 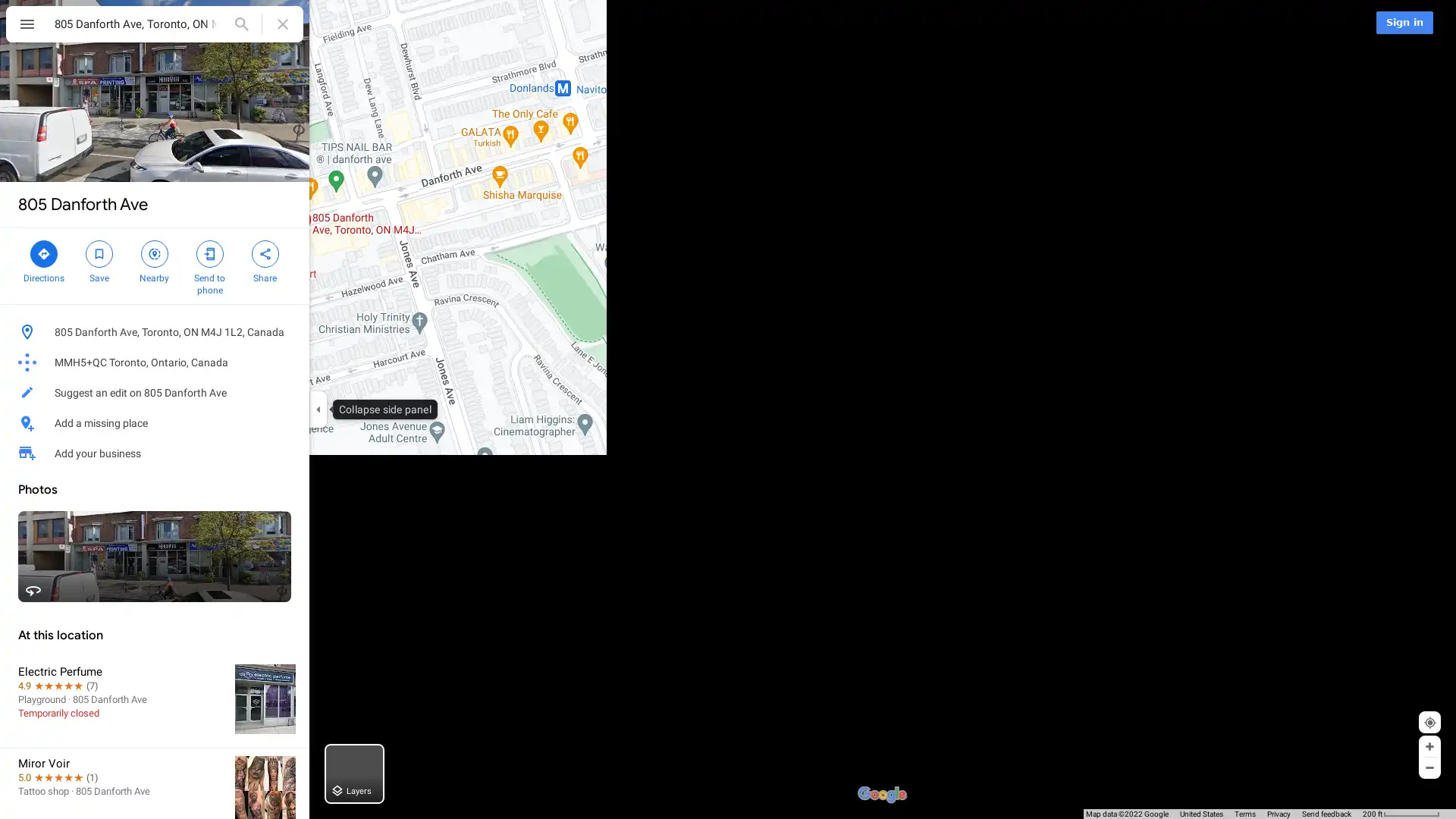 What do you see at coordinates (265, 259) in the screenshot?
I see `Share 805 Danforth Ave` at bounding box center [265, 259].